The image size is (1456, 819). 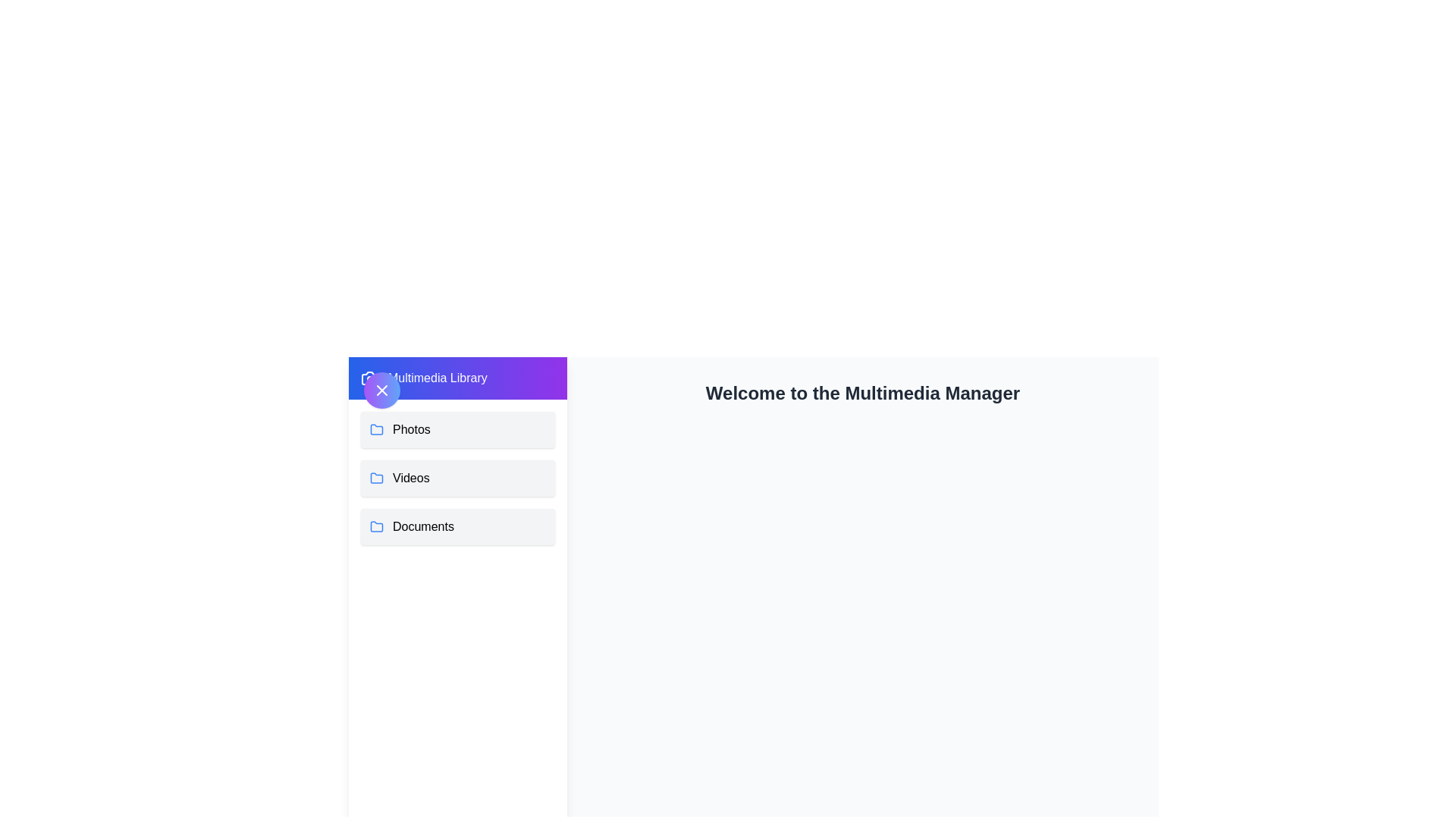 I want to click on the category Videos from the menu, so click(x=457, y=479).